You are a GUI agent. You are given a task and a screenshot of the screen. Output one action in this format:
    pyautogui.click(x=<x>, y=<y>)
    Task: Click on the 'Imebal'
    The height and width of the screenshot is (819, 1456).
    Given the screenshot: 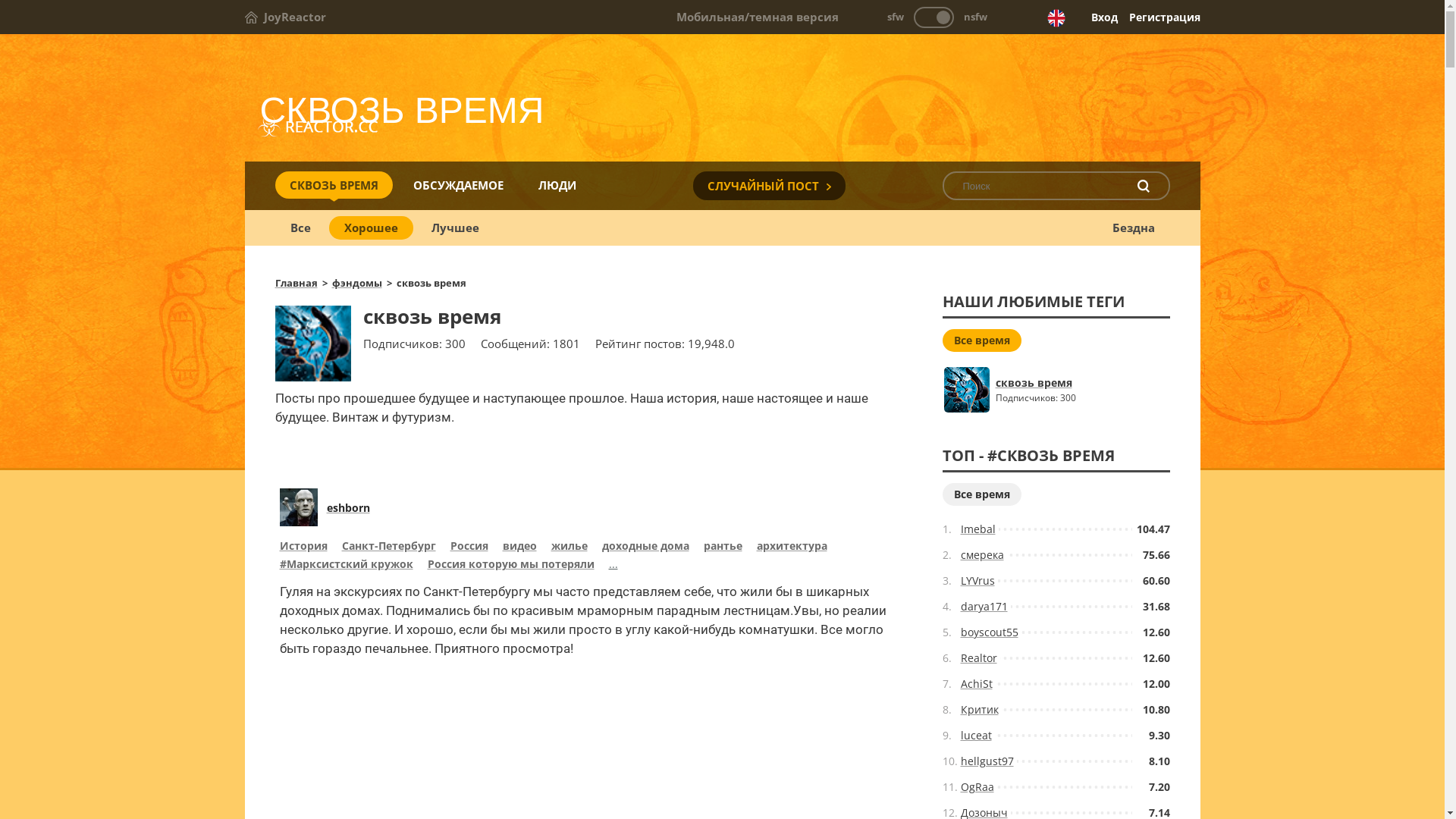 What is the action you would take?
    pyautogui.click(x=956, y=529)
    